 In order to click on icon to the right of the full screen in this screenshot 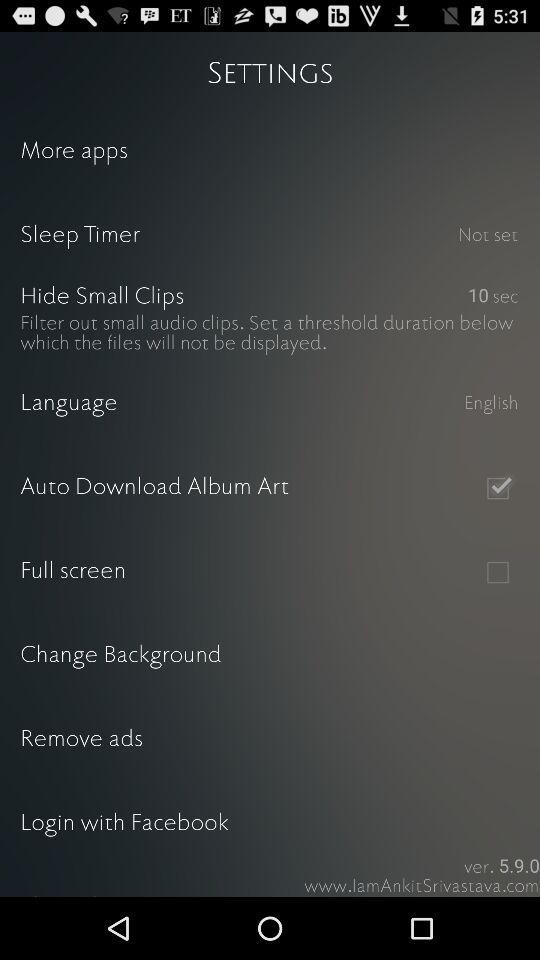, I will do `click(496, 572)`.